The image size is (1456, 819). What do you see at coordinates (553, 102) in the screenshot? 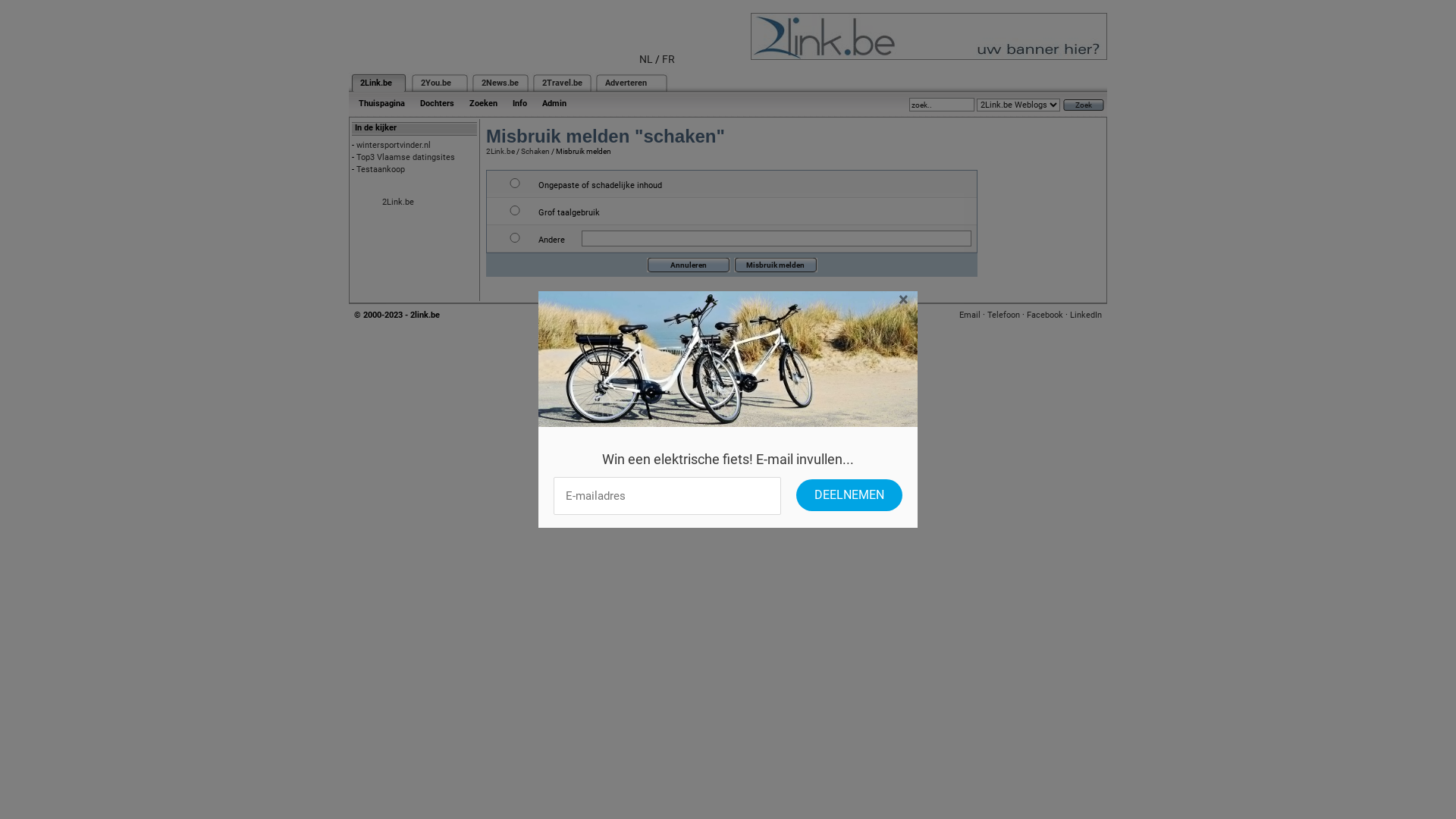
I see `'Admin'` at bounding box center [553, 102].